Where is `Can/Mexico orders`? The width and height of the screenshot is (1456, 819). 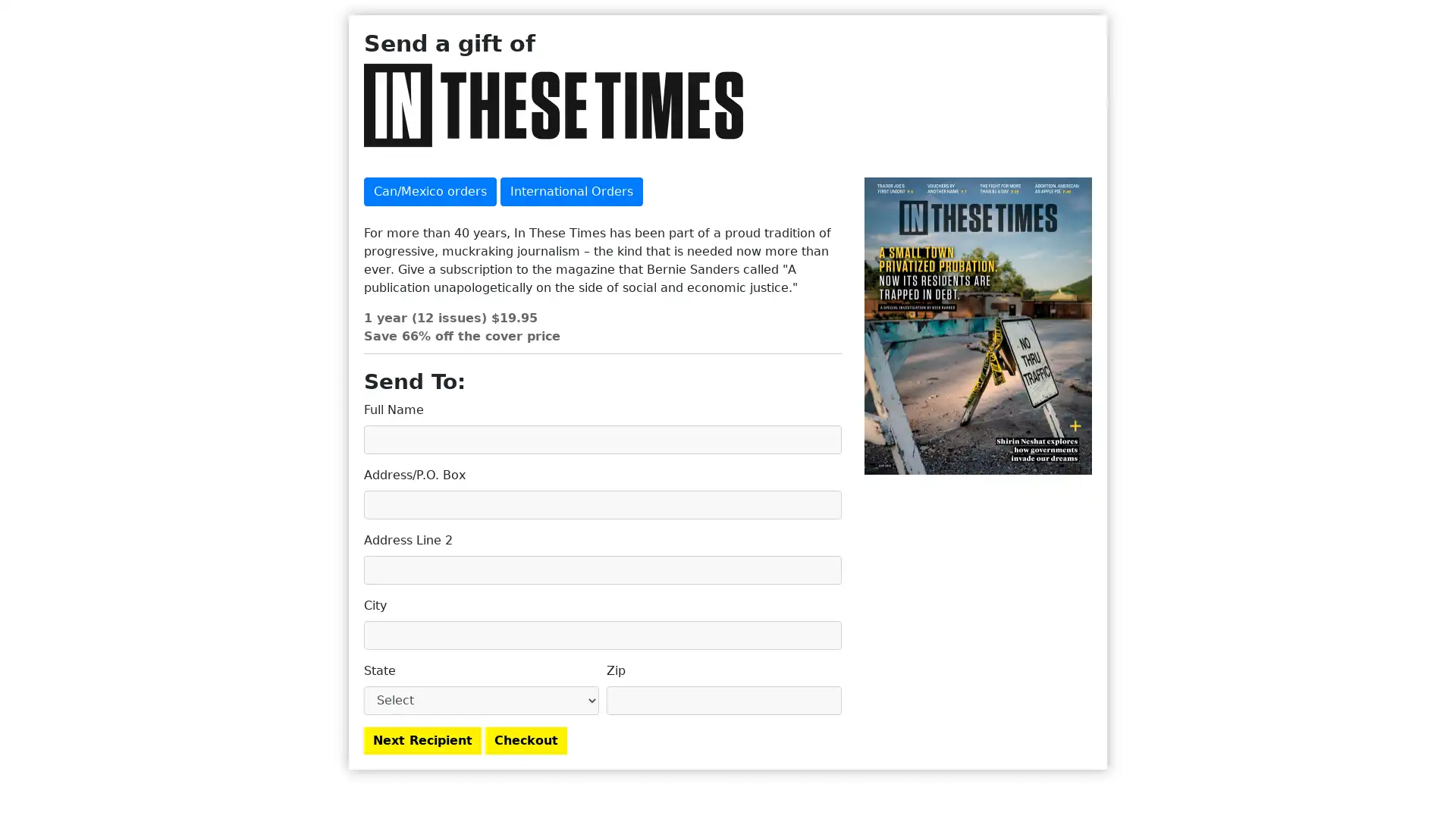 Can/Mexico orders is located at coordinates (429, 191).